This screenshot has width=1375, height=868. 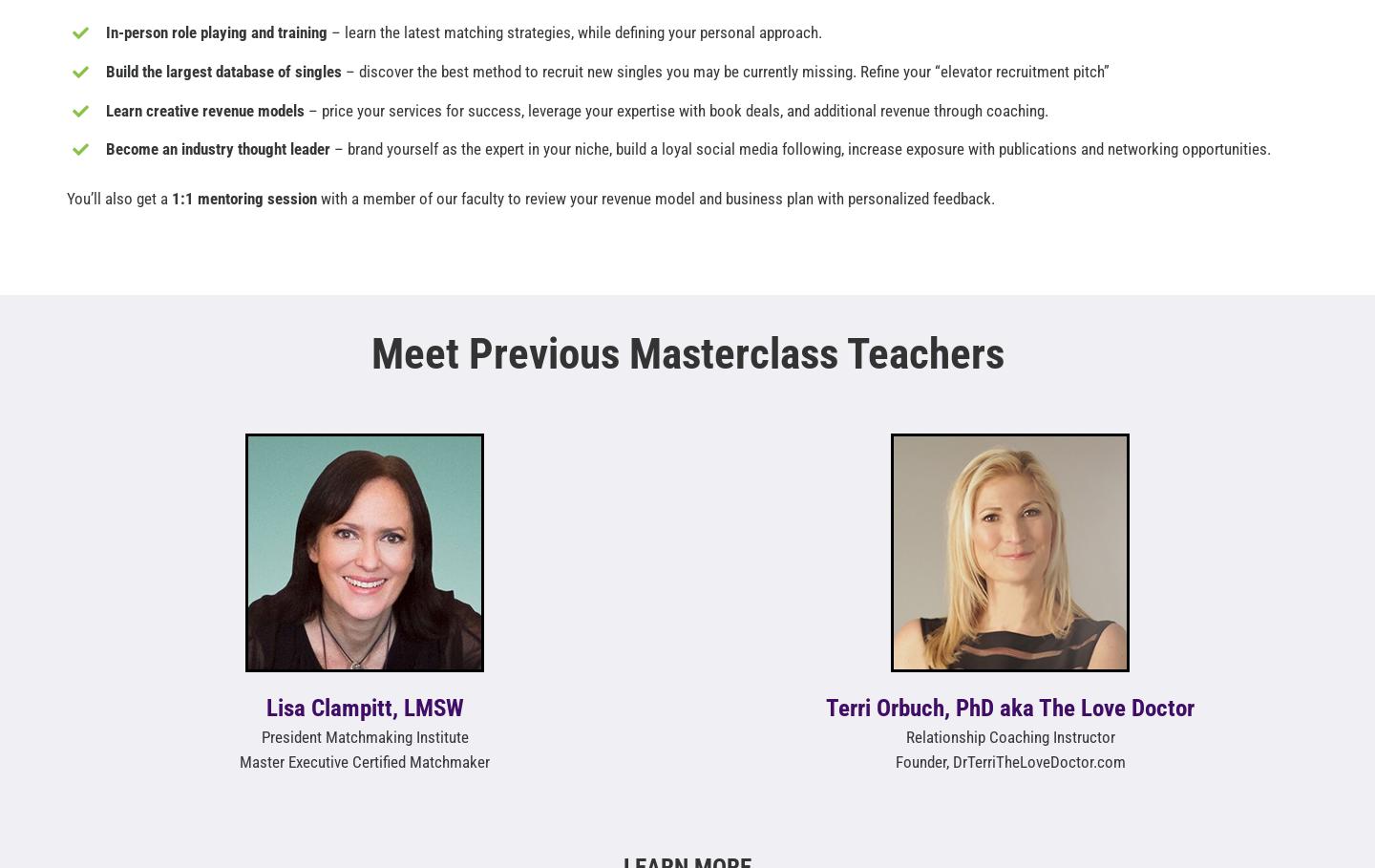 I want to click on 'Terri Orbuch, PhD aka The Love Doctor', so click(x=825, y=708).